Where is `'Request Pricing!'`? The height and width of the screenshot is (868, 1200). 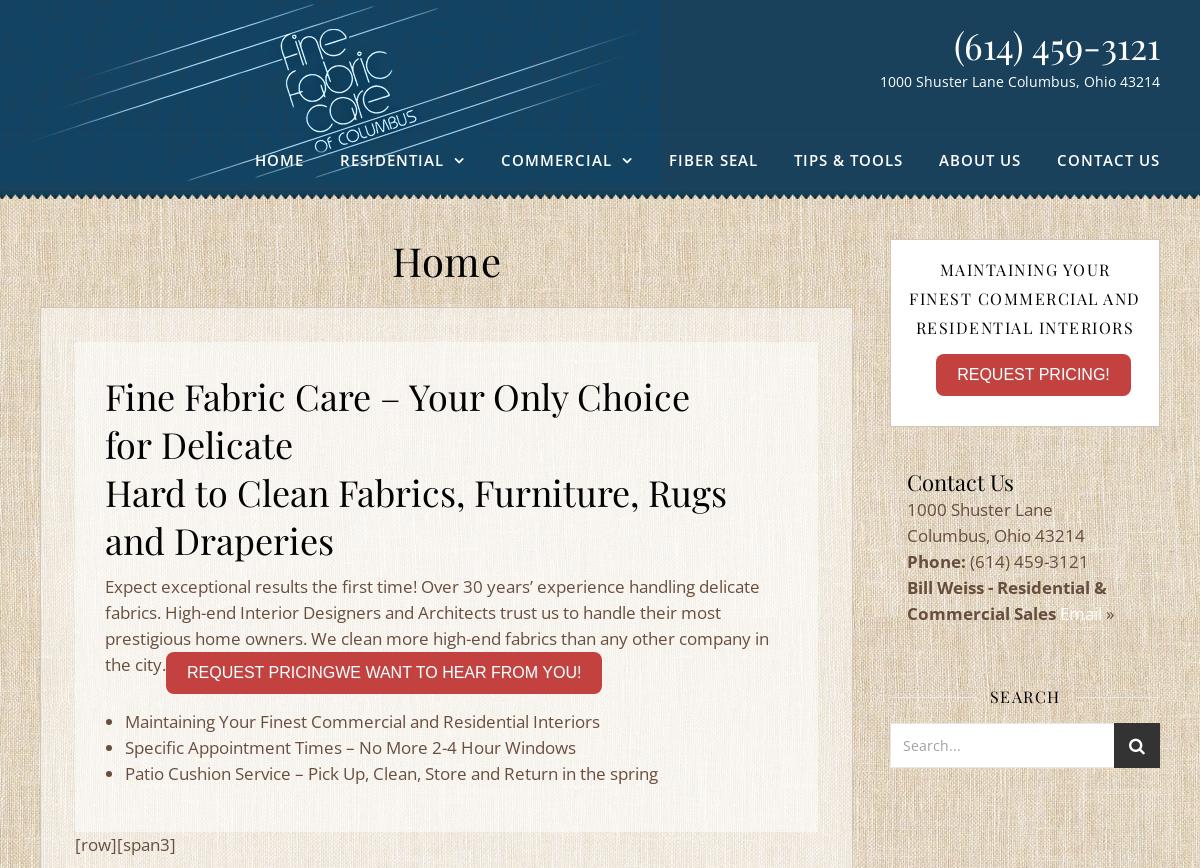 'Request Pricing!' is located at coordinates (1032, 374).